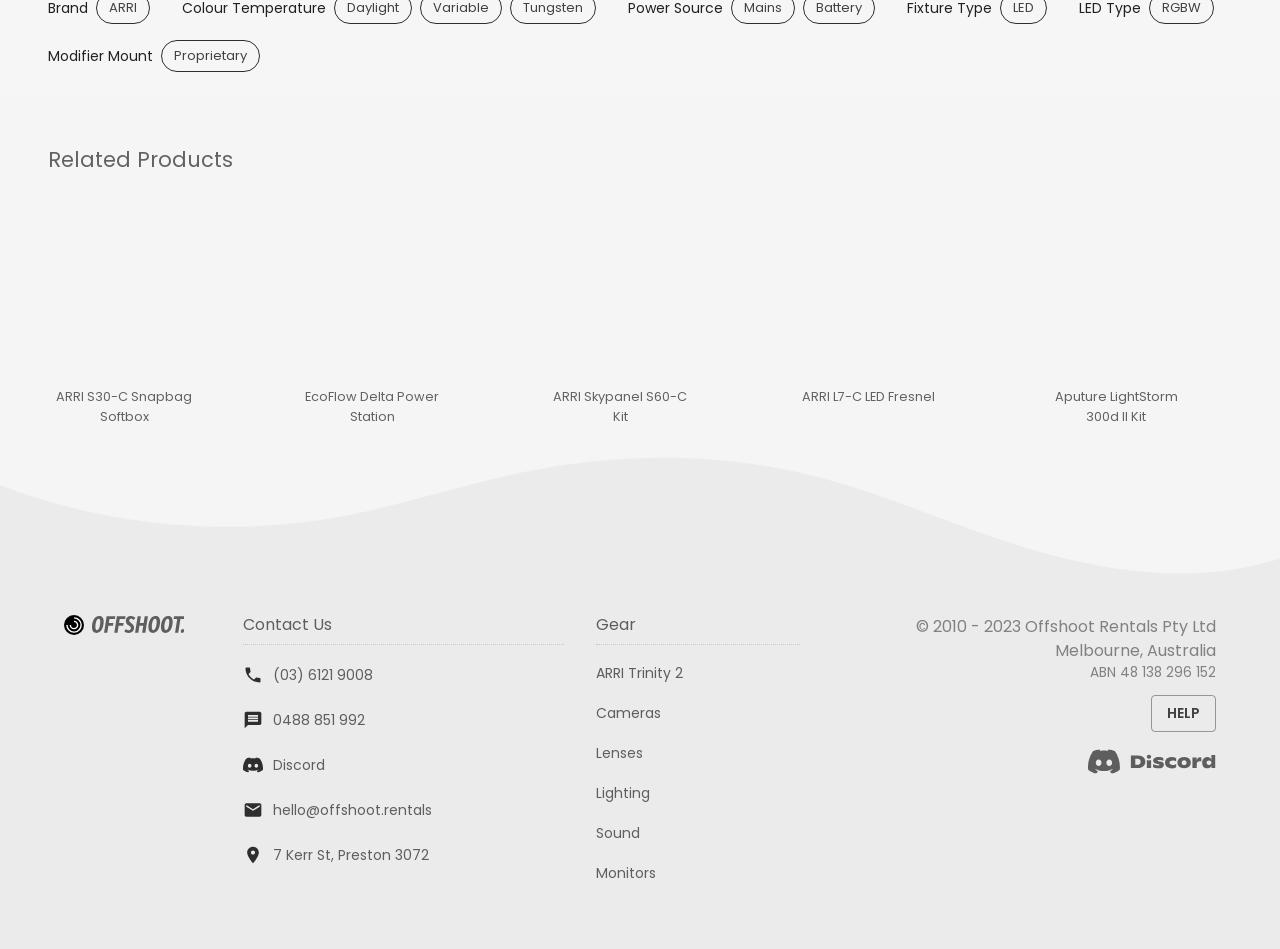 This screenshot has height=949, width=1280. I want to click on 'EcoFlow Delta Power Station', so click(371, 405).